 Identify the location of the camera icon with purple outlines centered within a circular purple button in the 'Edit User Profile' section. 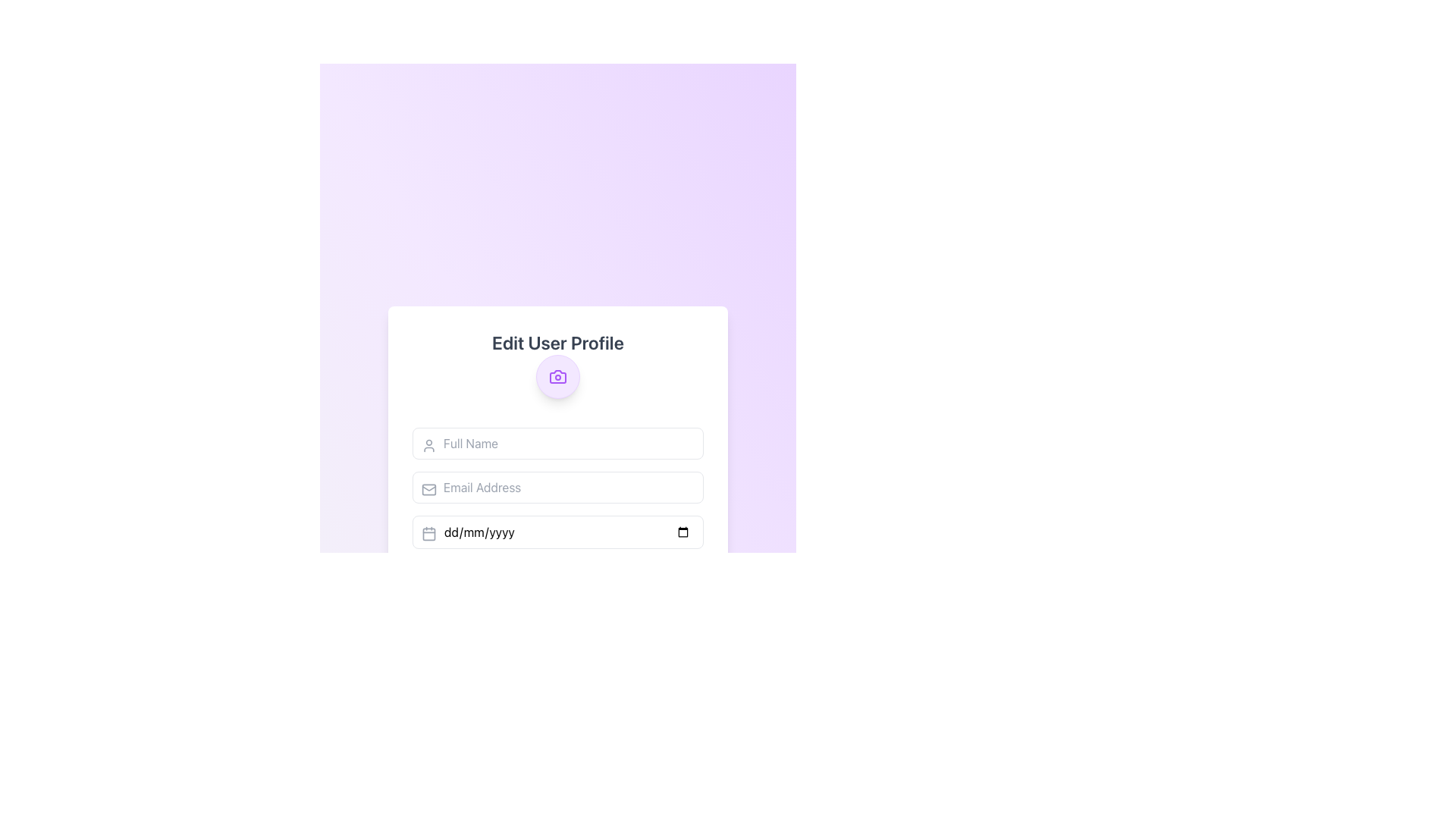
(557, 376).